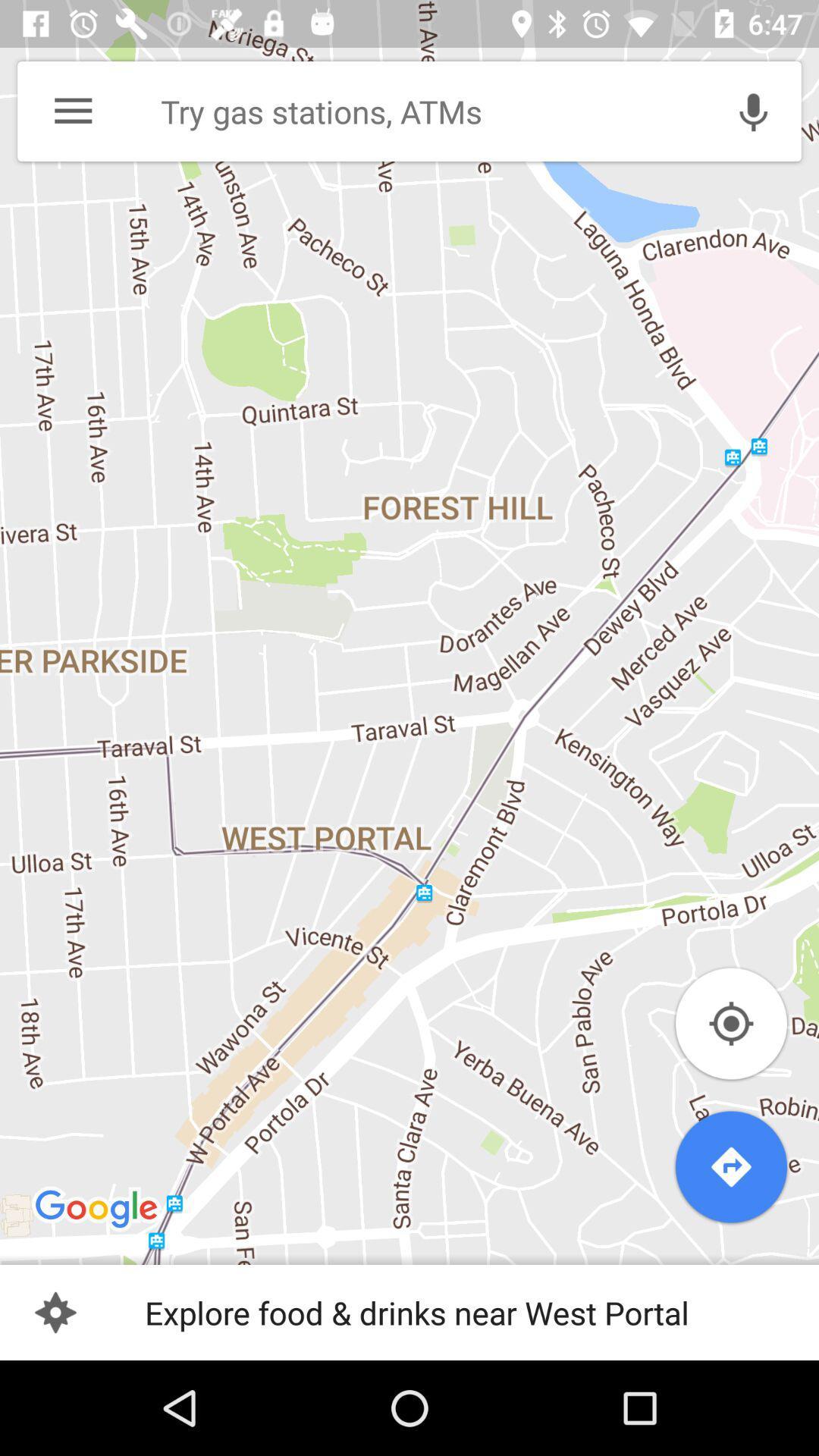 This screenshot has height=1456, width=819. Describe the element at coordinates (730, 1166) in the screenshot. I see `the direction icon` at that location.